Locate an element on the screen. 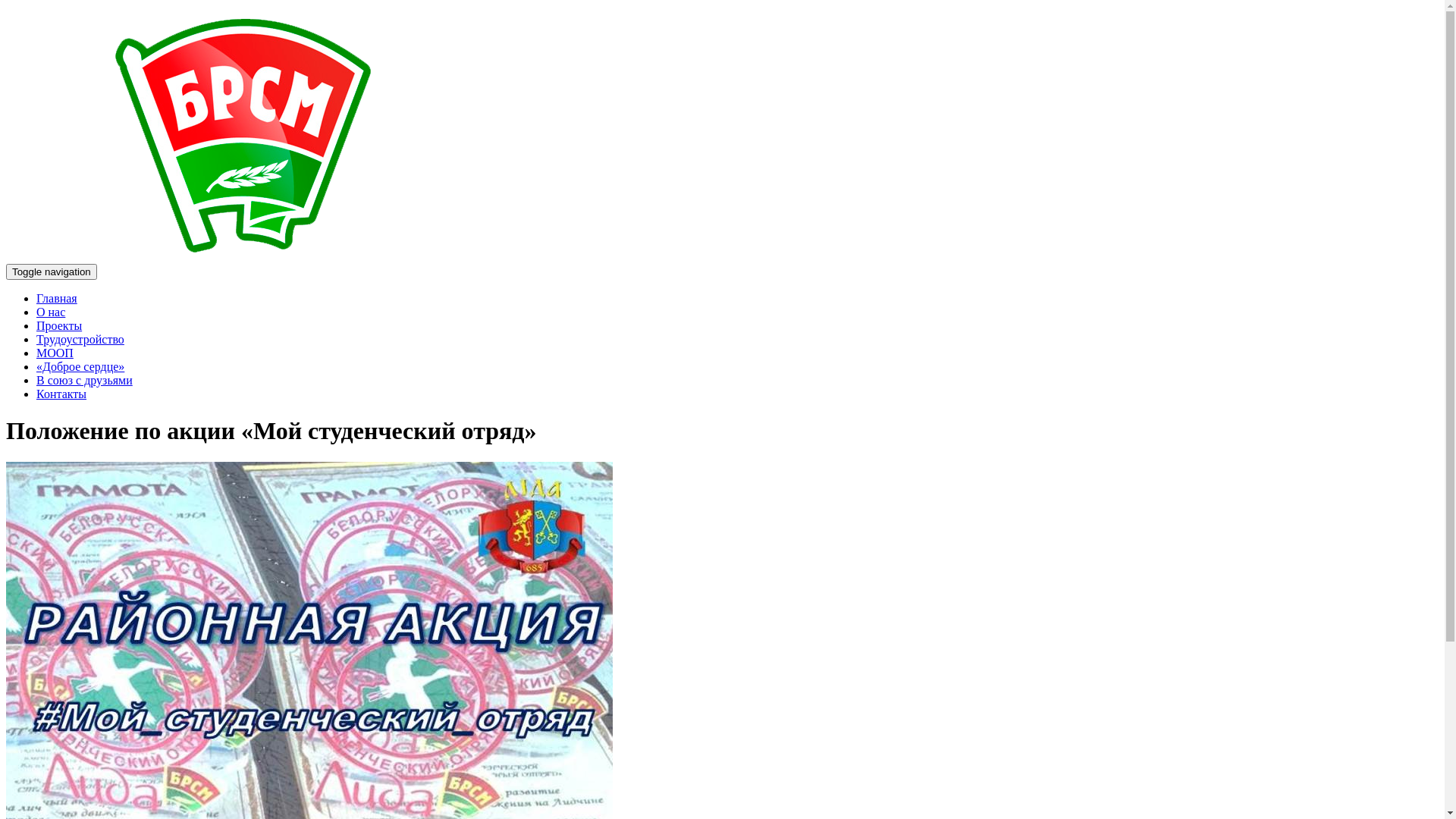 The height and width of the screenshot is (819, 1456). 'Toggle navigation' is located at coordinates (51, 271).